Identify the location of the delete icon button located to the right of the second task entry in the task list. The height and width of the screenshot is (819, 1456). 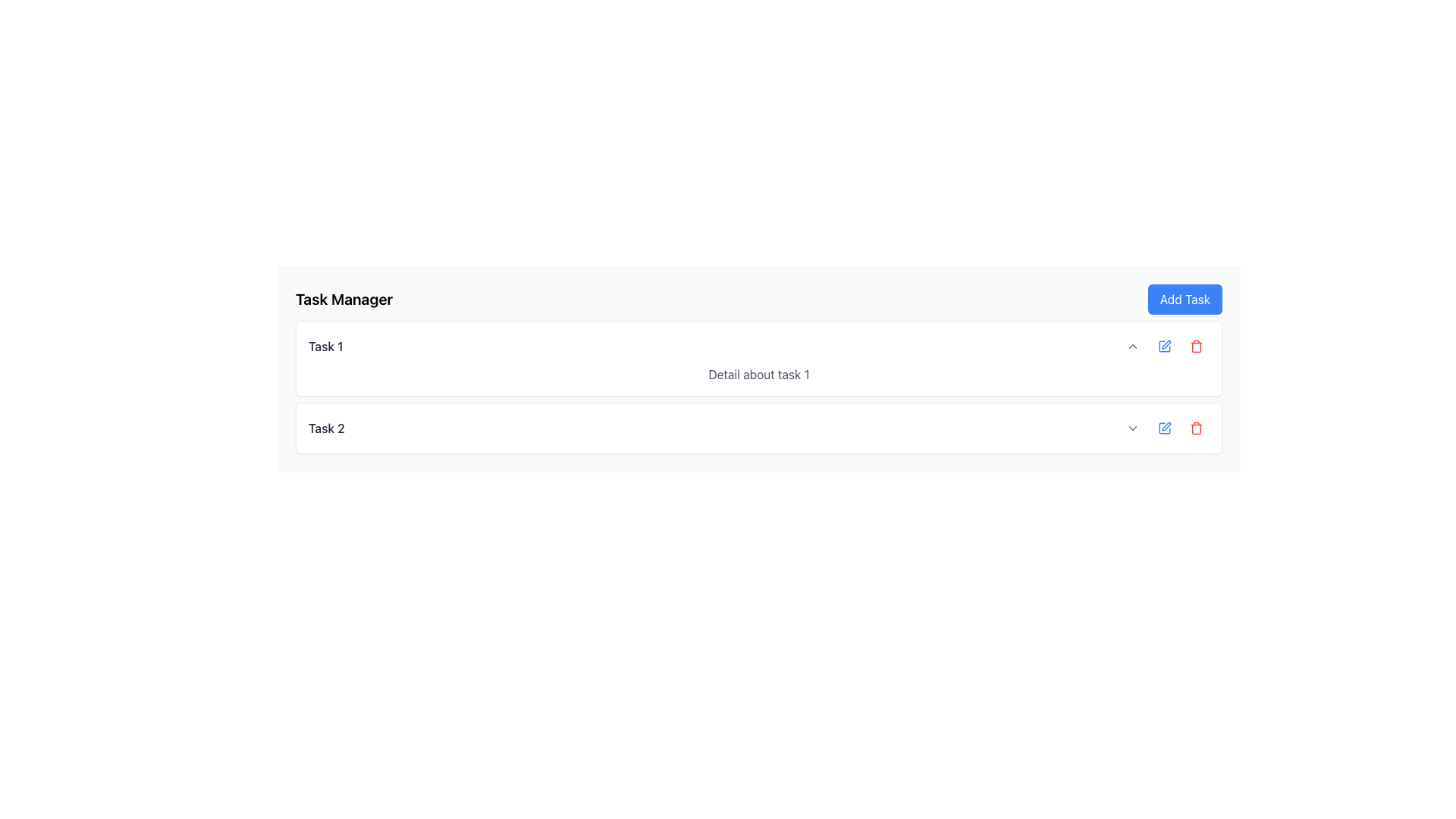
(1196, 428).